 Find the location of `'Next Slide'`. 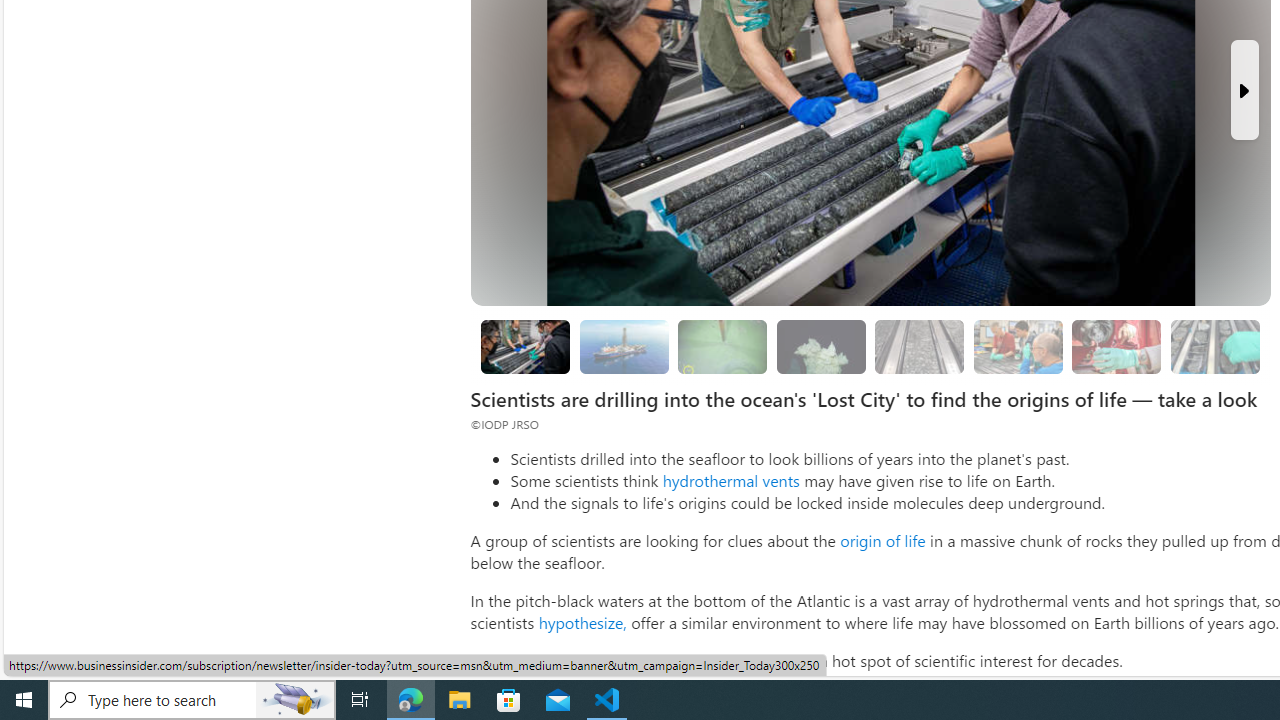

'Next Slide' is located at coordinates (1243, 90).